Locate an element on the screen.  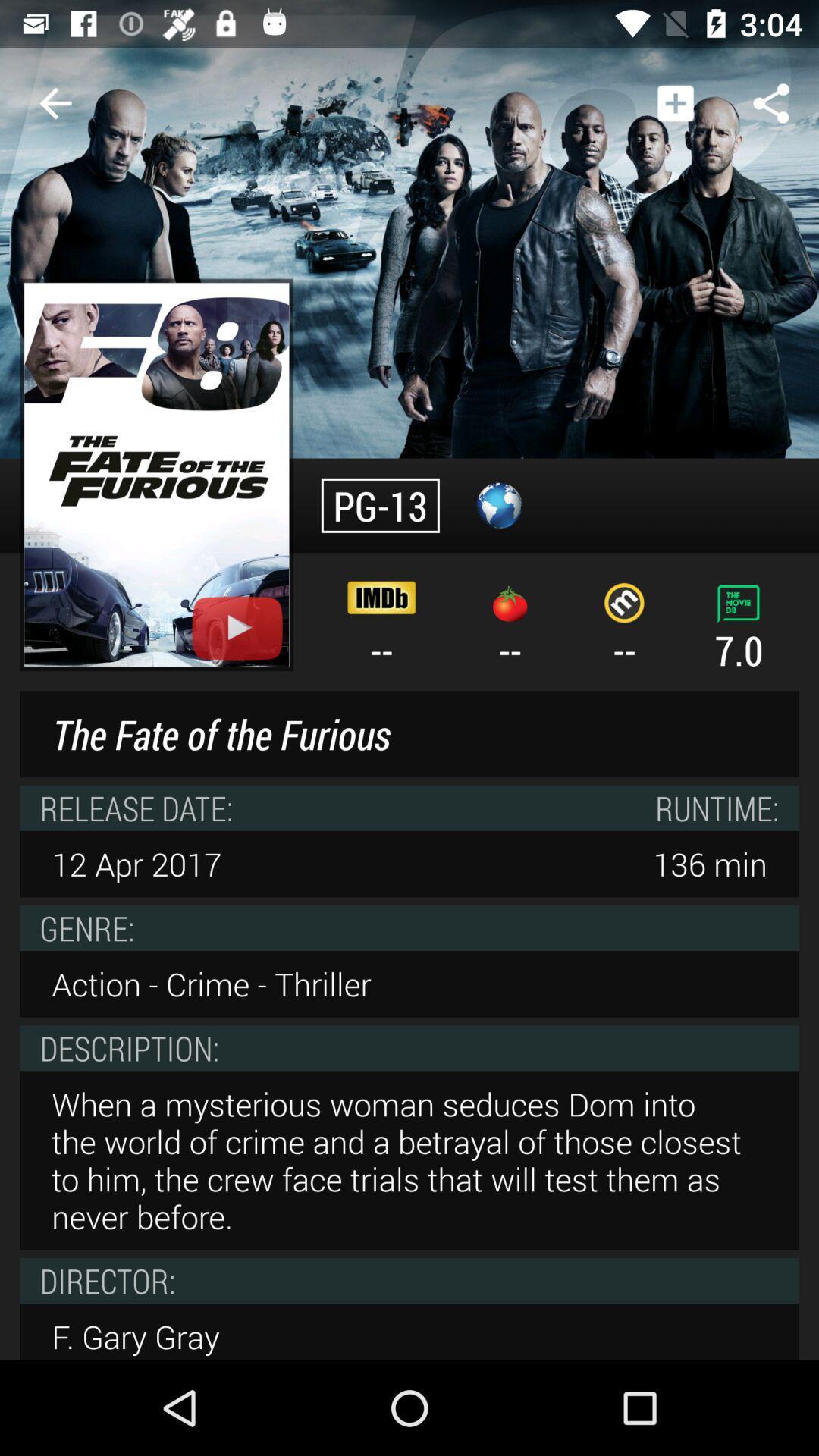
item above -- is located at coordinates (675, 102).